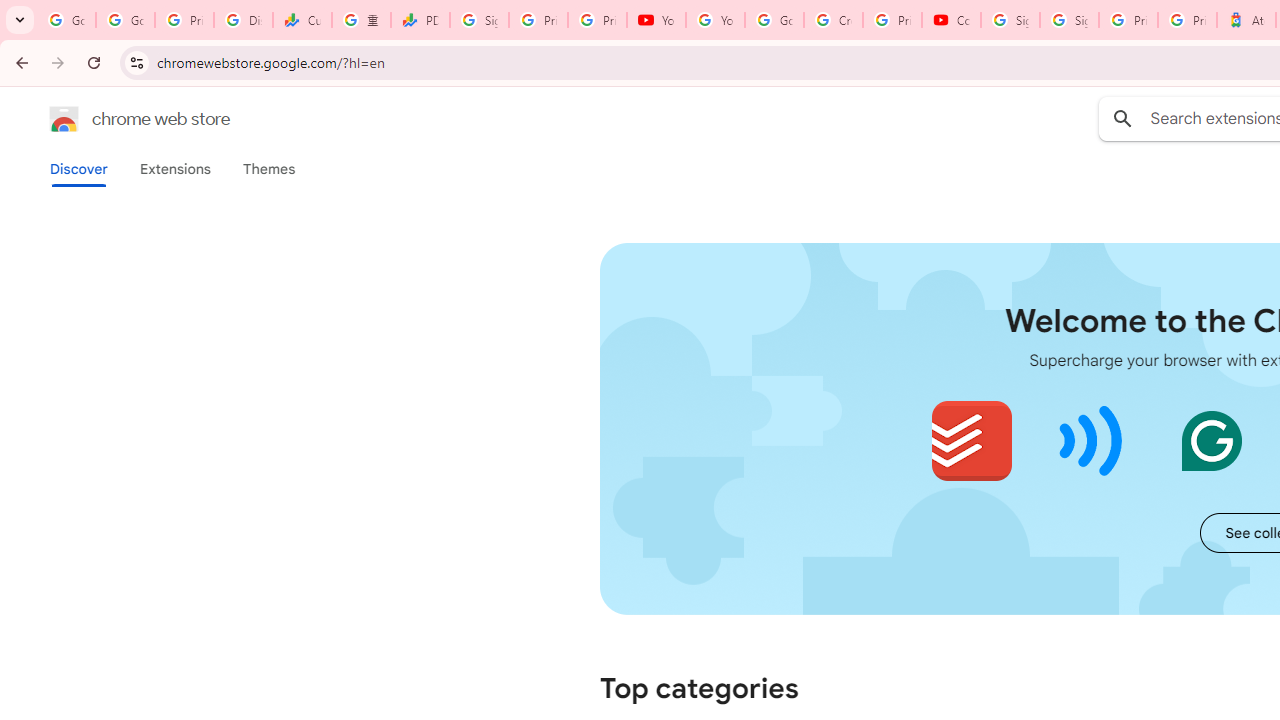 Image resolution: width=1280 pixels, height=720 pixels. What do you see at coordinates (971, 440) in the screenshot?
I see `'Todoist for Chrome'` at bounding box center [971, 440].